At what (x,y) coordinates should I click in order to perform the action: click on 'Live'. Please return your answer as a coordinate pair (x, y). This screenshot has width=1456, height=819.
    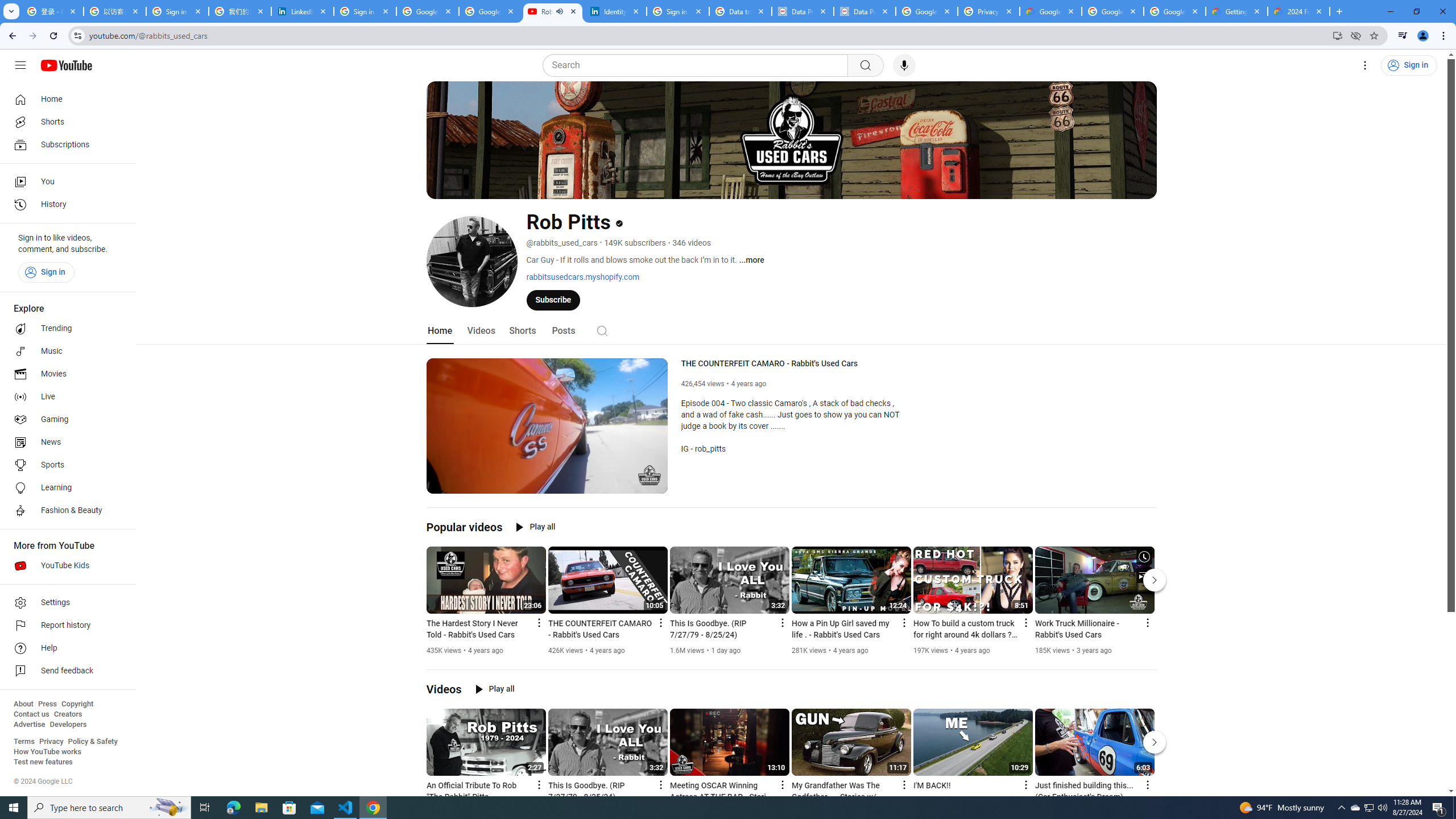
    Looking at the image, I should click on (64, 396).